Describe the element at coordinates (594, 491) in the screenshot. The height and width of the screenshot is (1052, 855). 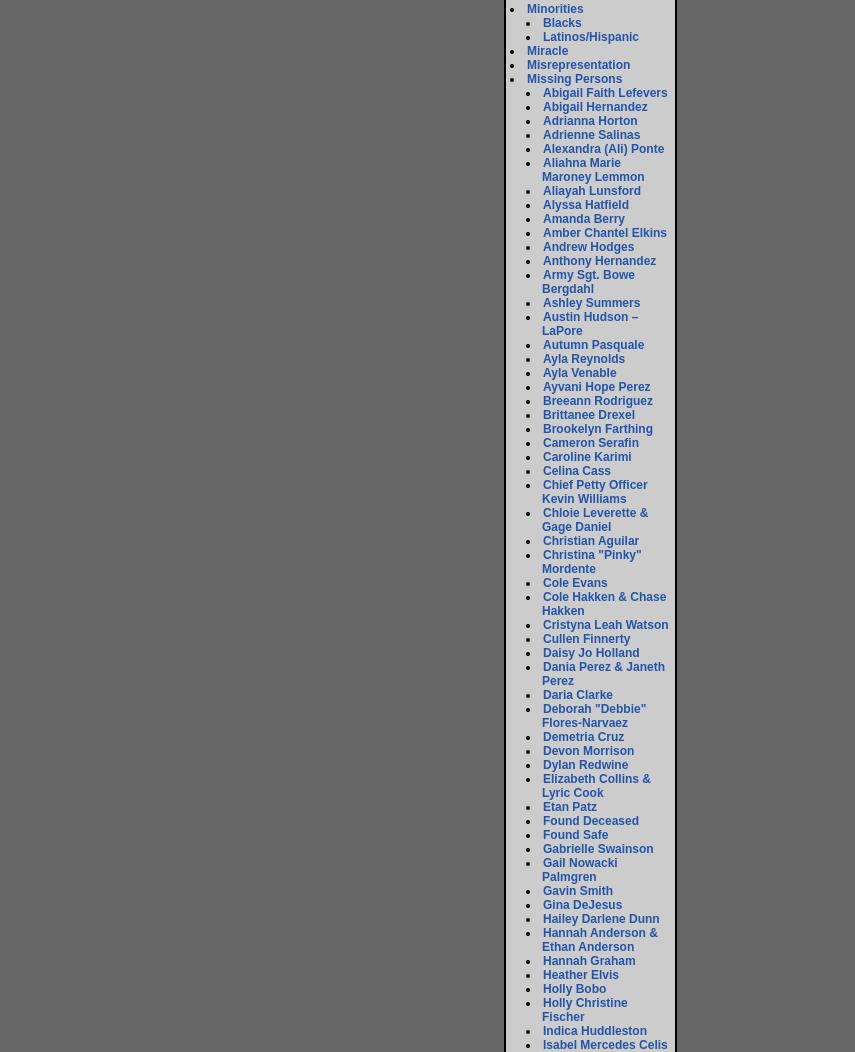
I see `'Chief Petty Officer Kevin Williams'` at that location.